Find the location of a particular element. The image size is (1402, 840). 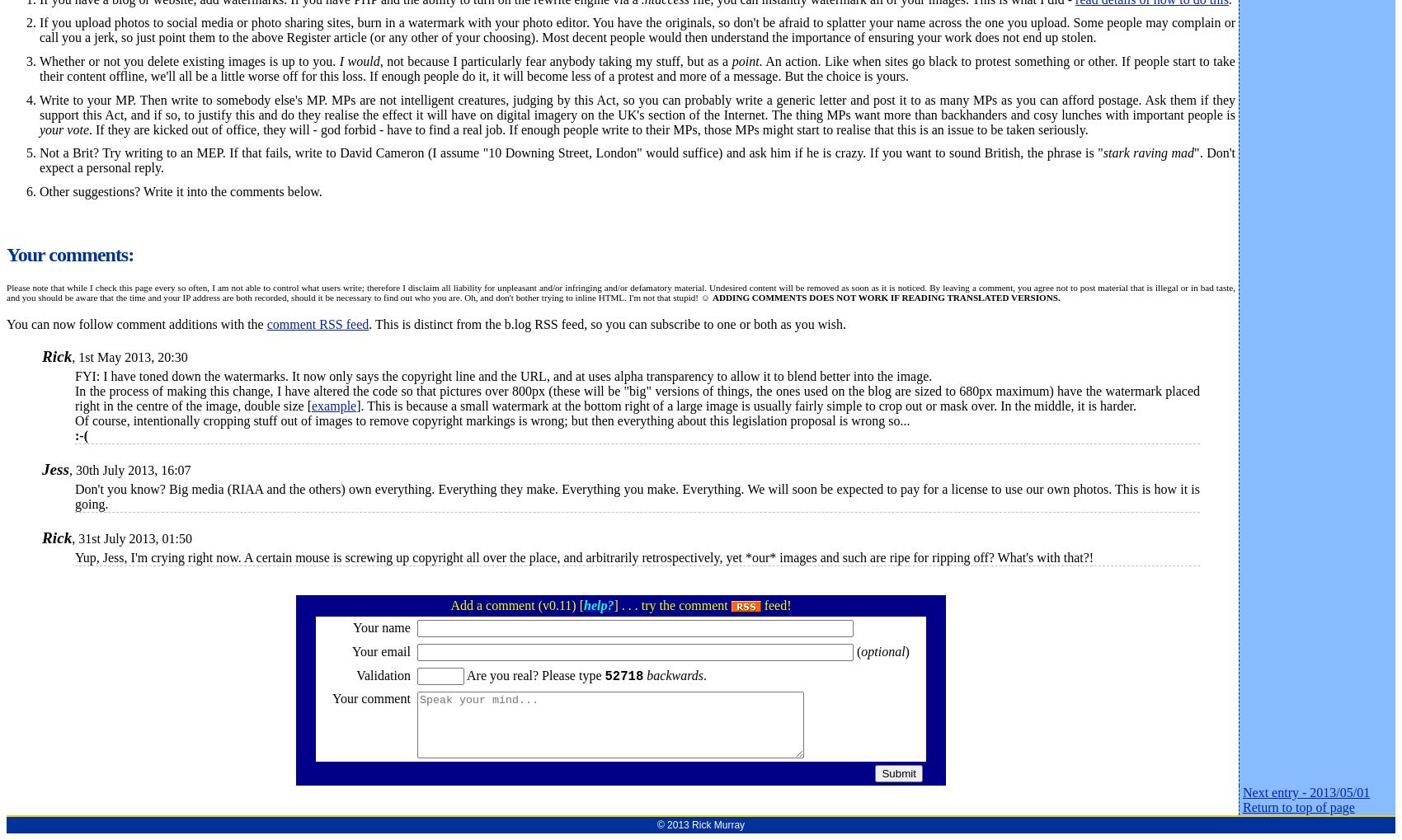

'backwards' is located at coordinates (674, 674).